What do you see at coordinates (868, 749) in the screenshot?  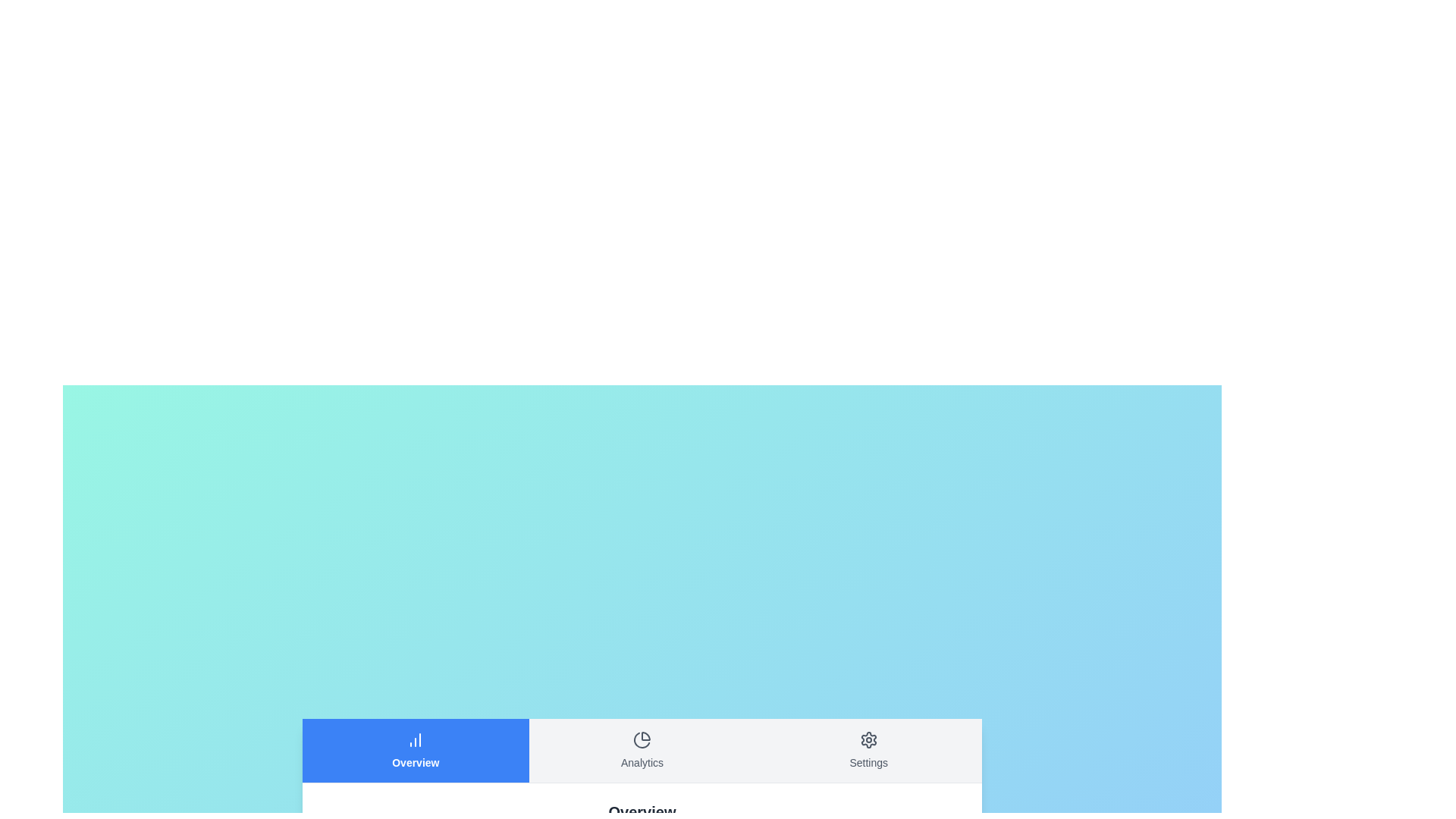 I see `the Settings tab` at bounding box center [868, 749].